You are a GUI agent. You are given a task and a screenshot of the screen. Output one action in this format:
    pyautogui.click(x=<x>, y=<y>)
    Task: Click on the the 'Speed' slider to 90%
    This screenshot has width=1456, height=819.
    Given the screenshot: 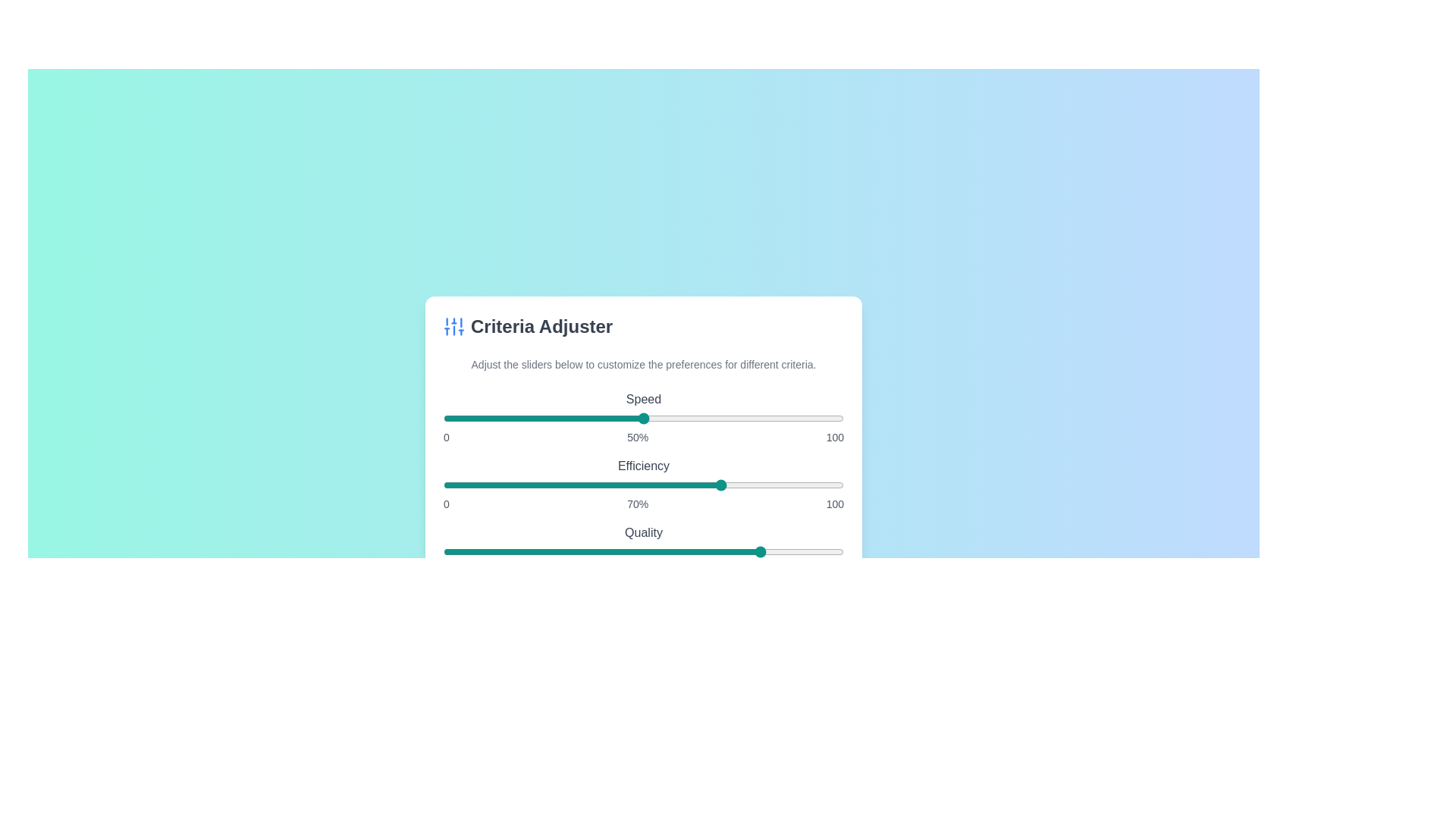 What is the action you would take?
    pyautogui.click(x=803, y=418)
    